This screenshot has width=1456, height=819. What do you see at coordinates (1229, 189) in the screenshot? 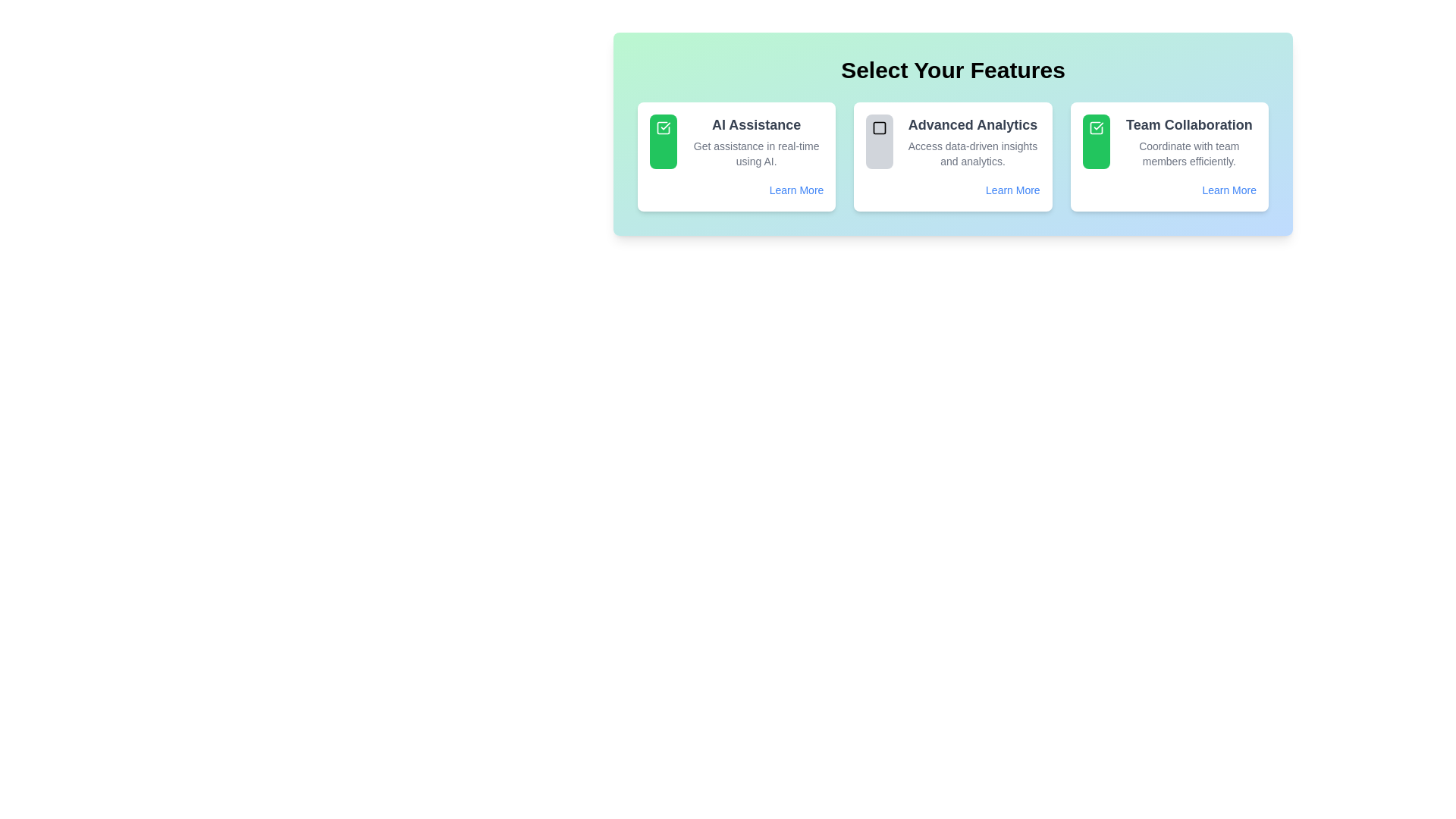
I see `the hyperlink located in the bottom region of the 'Team Collaboration' card within the 'Select Your Features' section` at bounding box center [1229, 189].